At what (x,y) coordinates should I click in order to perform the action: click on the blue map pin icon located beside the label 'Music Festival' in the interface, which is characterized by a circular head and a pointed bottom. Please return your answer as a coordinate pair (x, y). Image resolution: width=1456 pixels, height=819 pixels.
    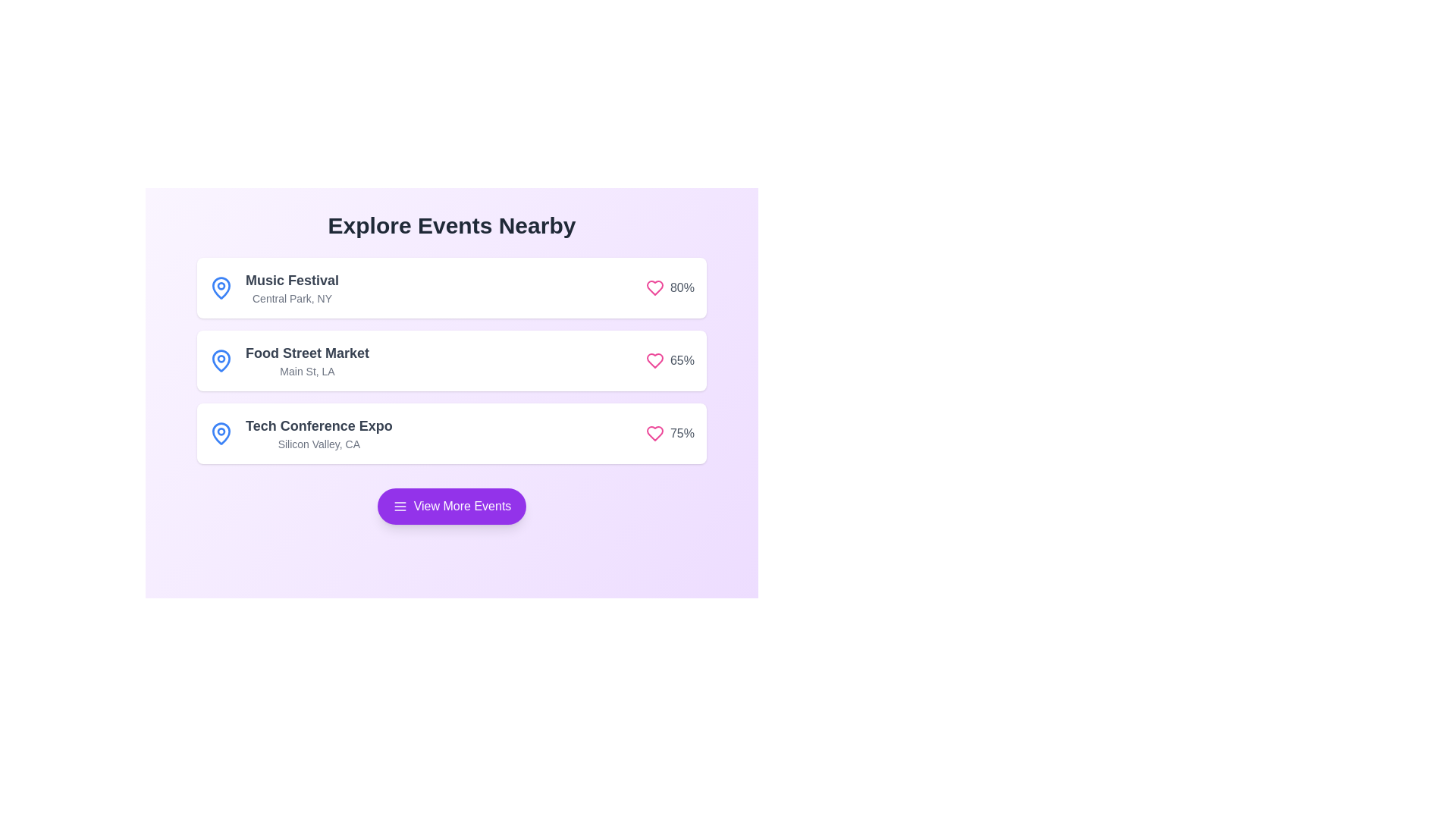
    Looking at the image, I should click on (221, 288).